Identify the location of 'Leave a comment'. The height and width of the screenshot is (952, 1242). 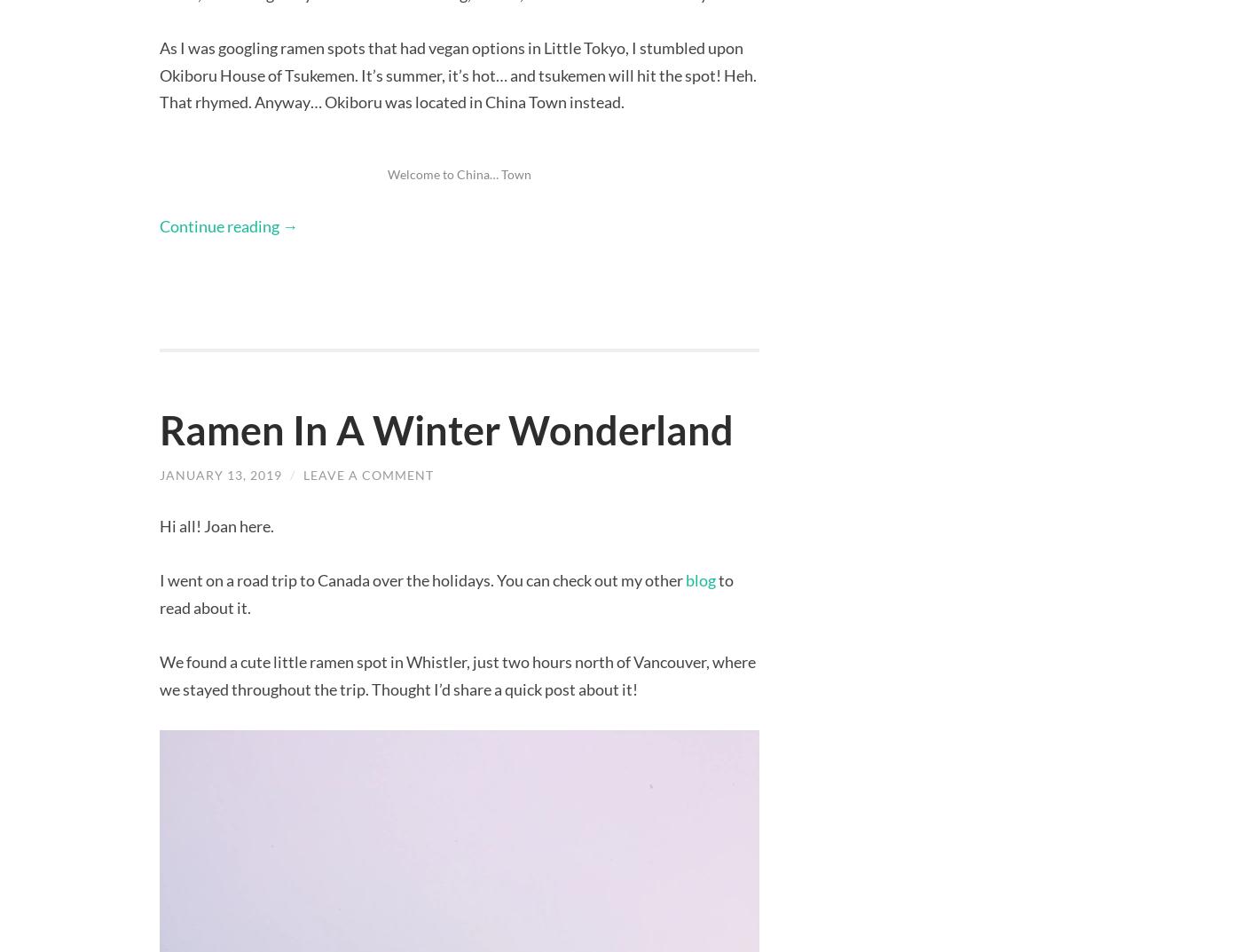
(368, 473).